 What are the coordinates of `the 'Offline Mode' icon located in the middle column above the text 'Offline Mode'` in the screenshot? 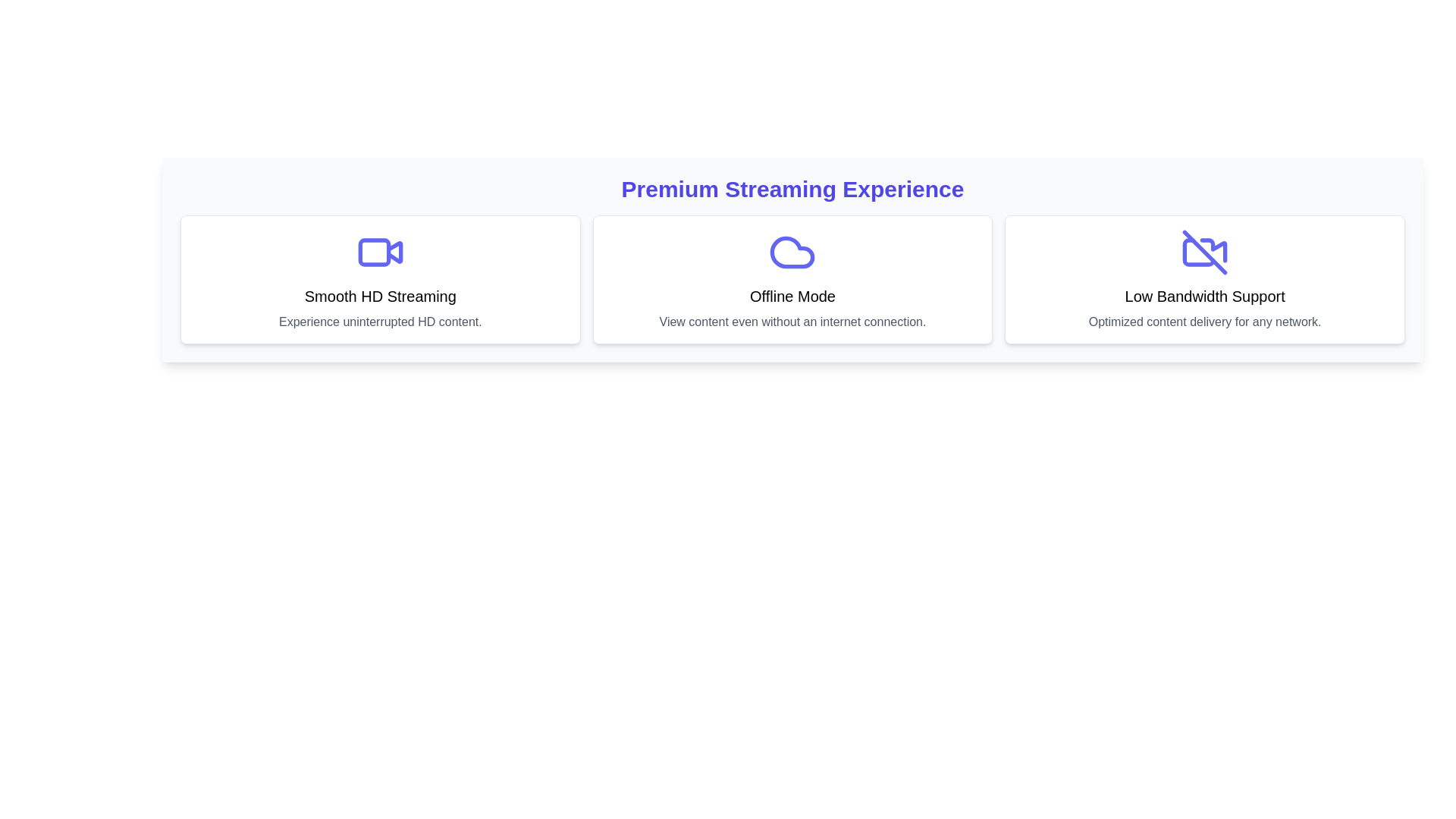 It's located at (792, 251).